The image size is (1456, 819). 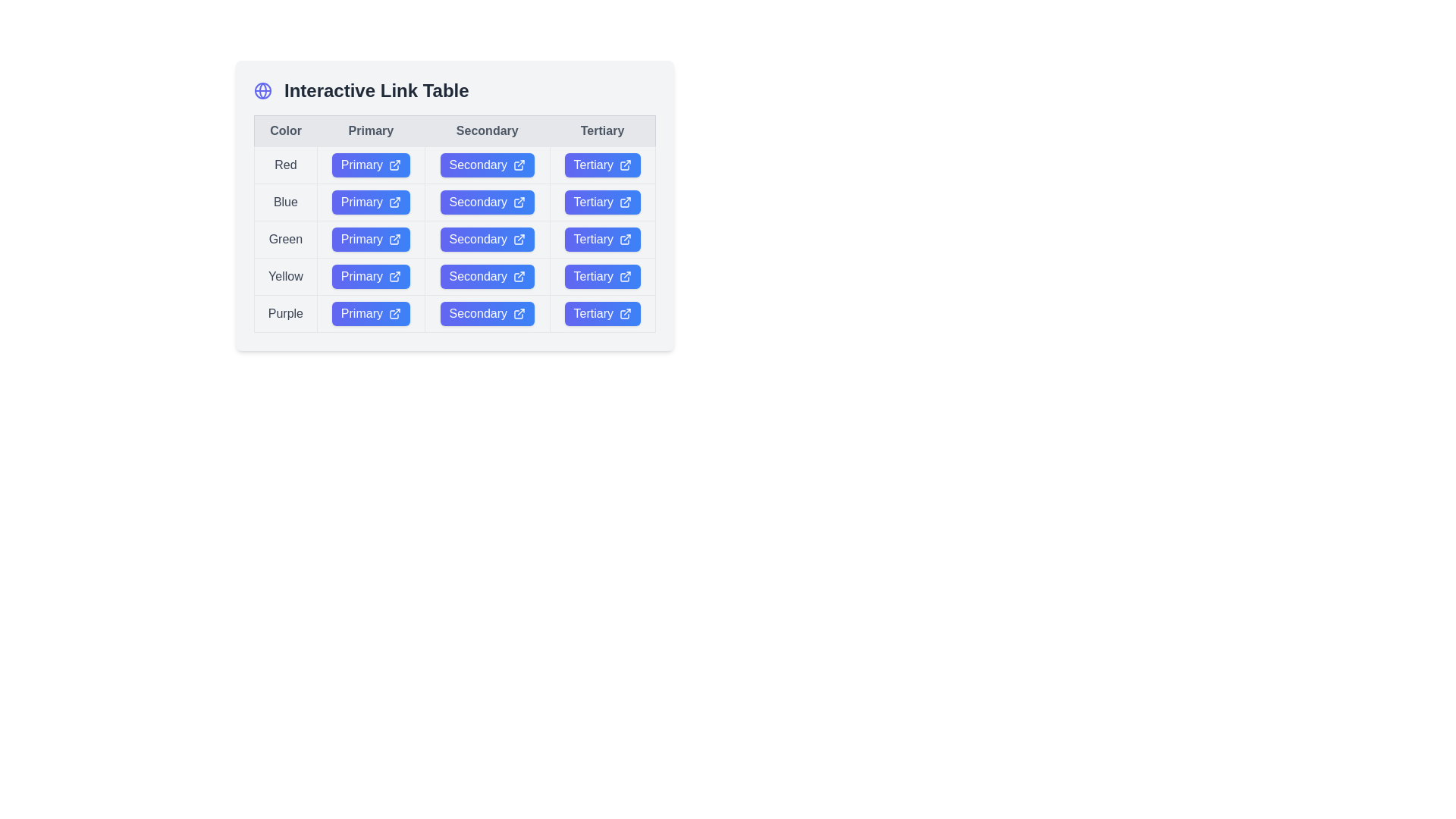 What do you see at coordinates (601, 277) in the screenshot?
I see `the button located` at bounding box center [601, 277].